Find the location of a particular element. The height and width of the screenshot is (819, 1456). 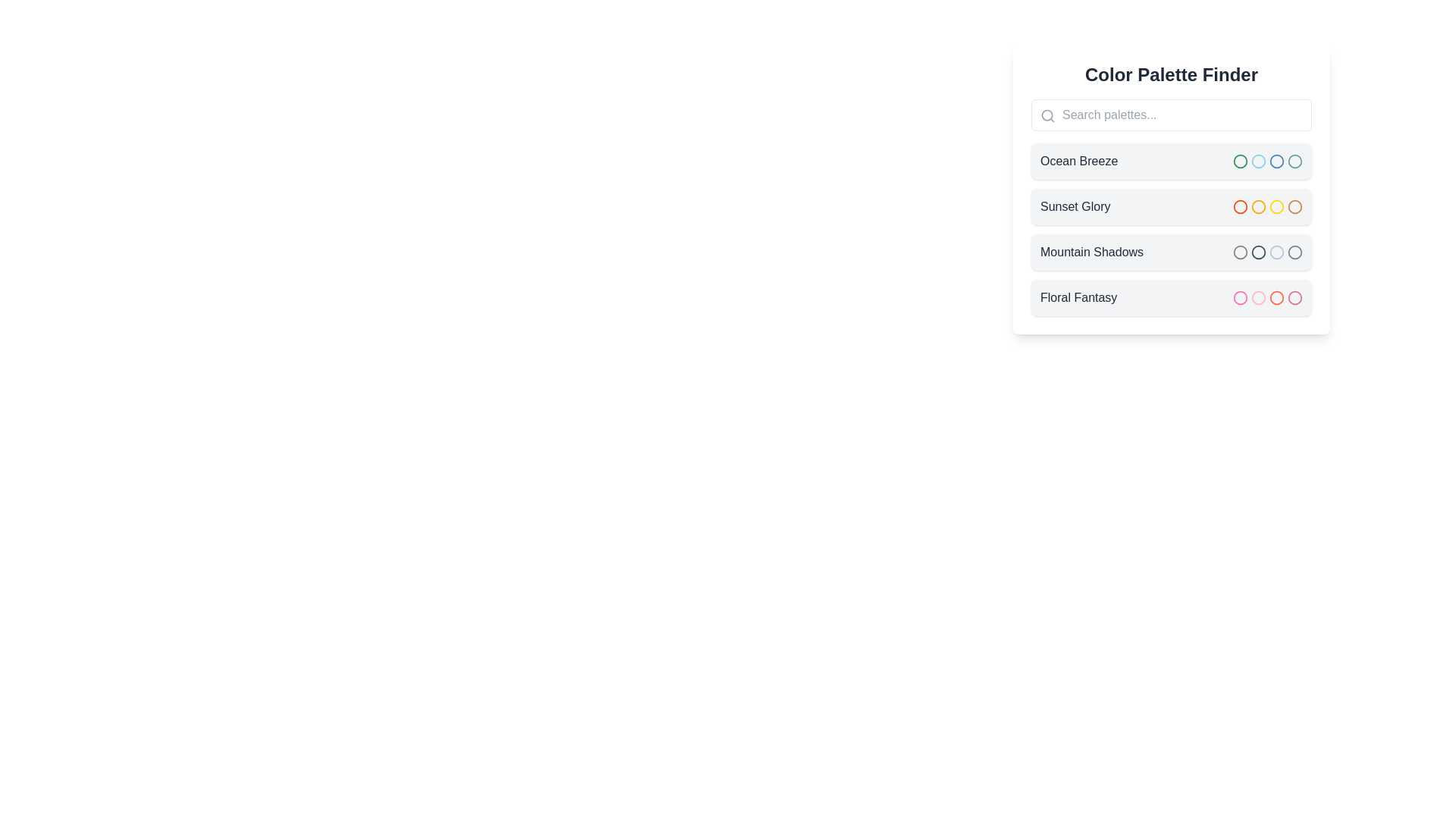

the fourth circular visual indicator in the 'Sunset Glory' color palette, located at the bottom-right of the color options is located at coordinates (1294, 207).